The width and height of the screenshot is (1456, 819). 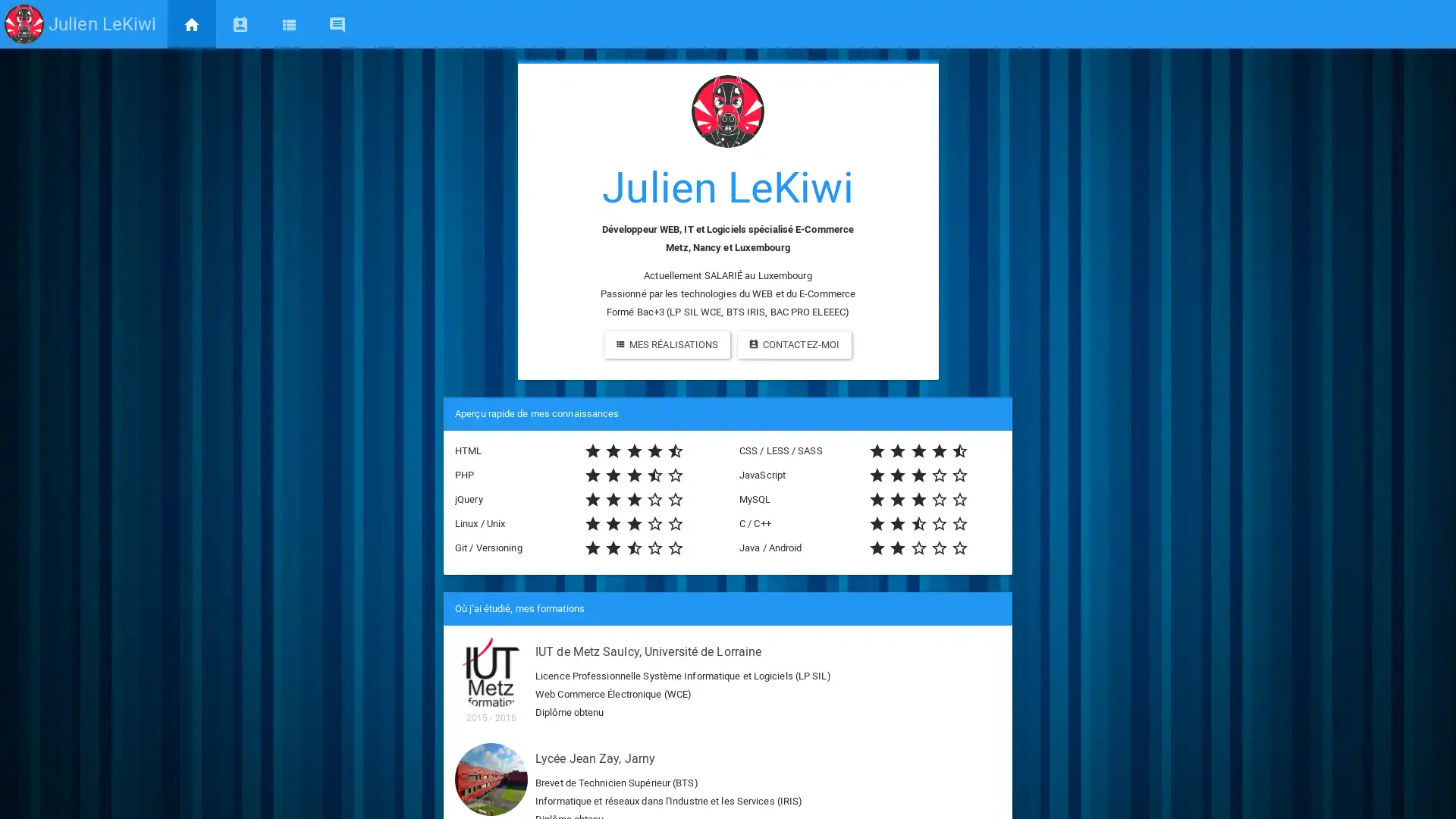 What do you see at coordinates (793, 345) in the screenshot?
I see `CONTACTEZ-MOI` at bounding box center [793, 345].